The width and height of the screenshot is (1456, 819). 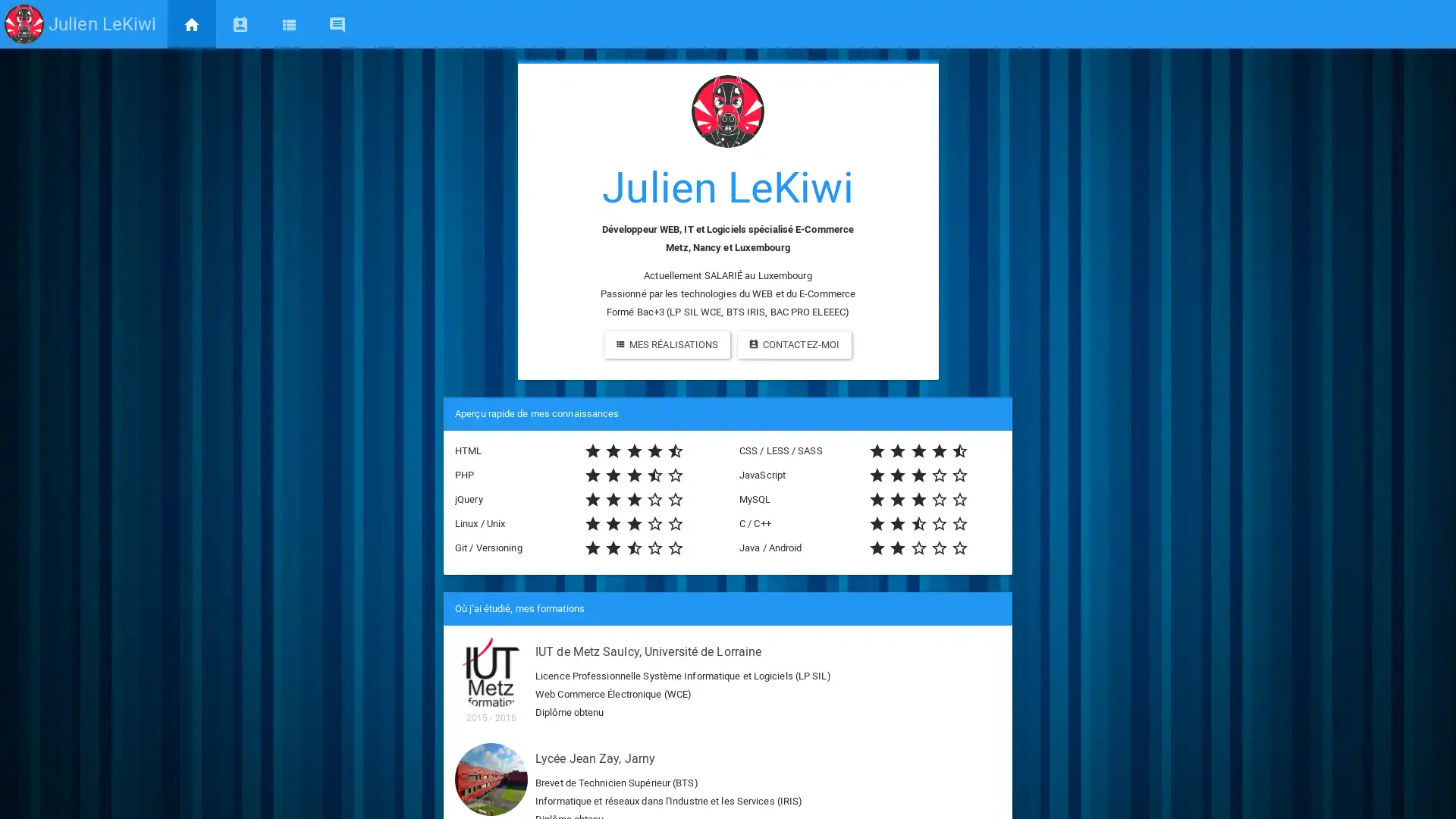 What do you see at coordinates (793, 345) in the screenshot?
I see `CONTACTEZ-MOI` at bounding box center [793, 345].